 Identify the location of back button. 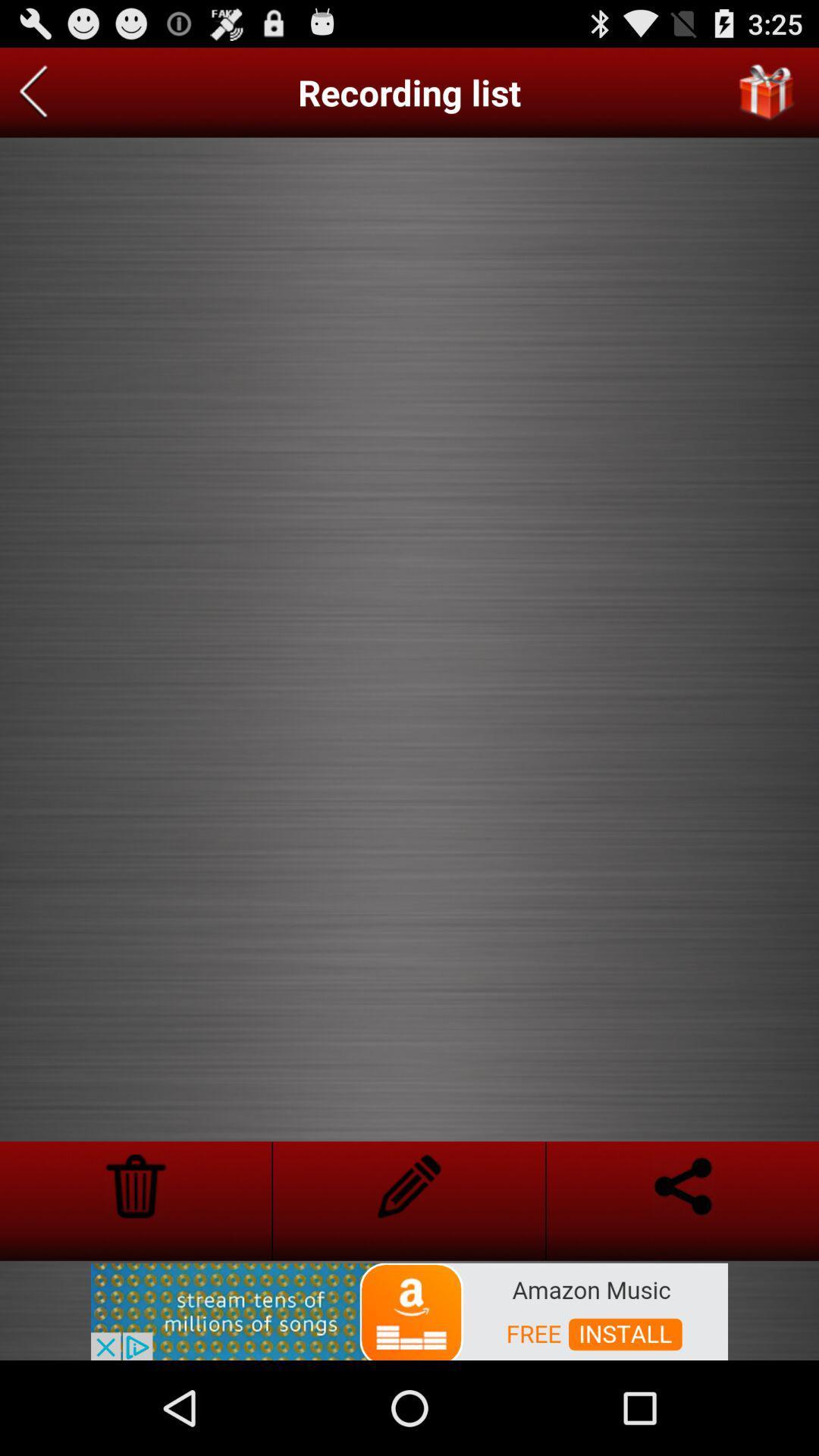
(33, 92).